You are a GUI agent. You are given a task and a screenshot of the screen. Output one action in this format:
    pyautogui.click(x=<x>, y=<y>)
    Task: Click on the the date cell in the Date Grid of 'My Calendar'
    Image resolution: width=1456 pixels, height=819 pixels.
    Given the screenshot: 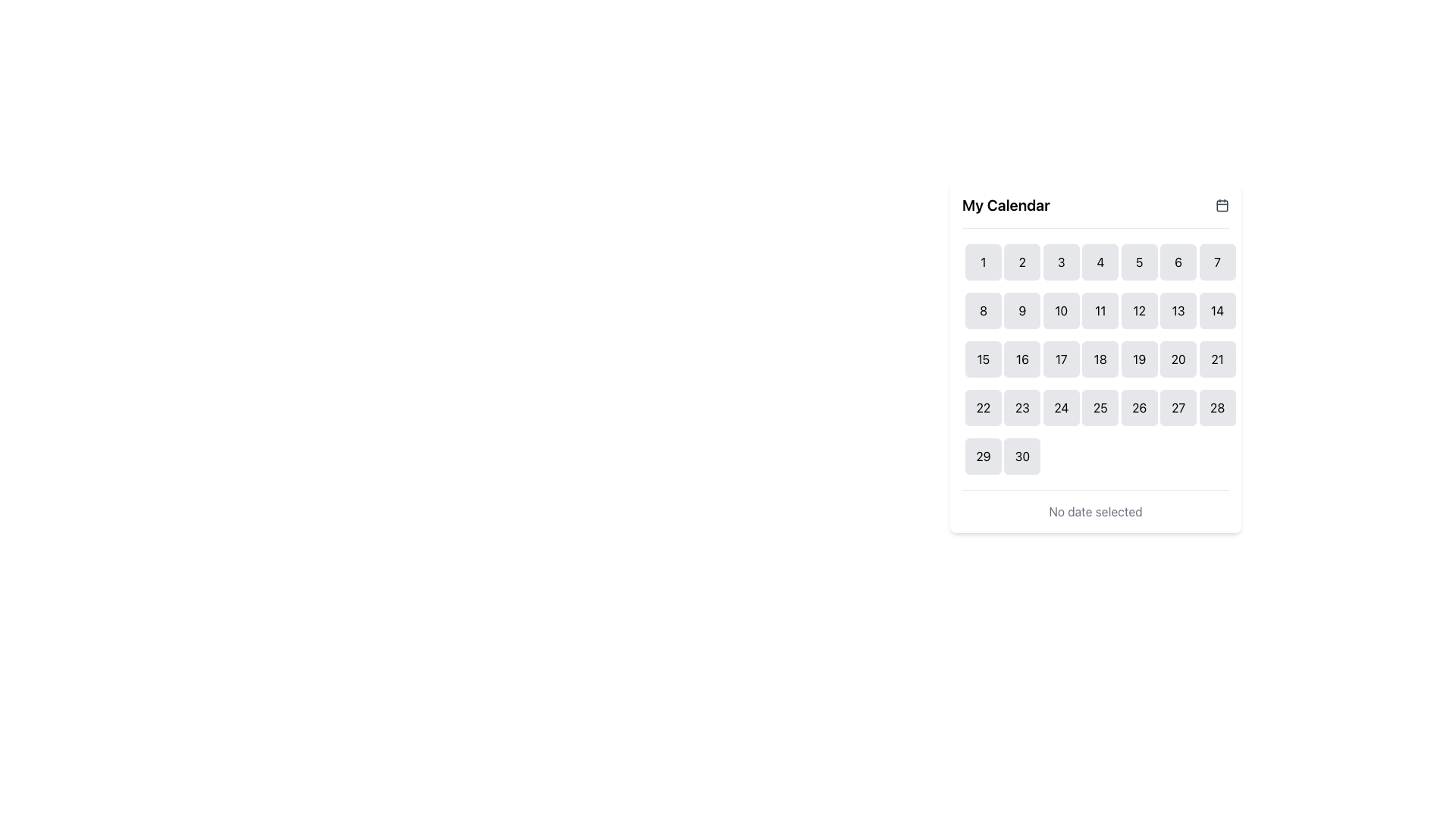 What is the action you would take?
    pyautogui.click(x=1095, y=359)
    